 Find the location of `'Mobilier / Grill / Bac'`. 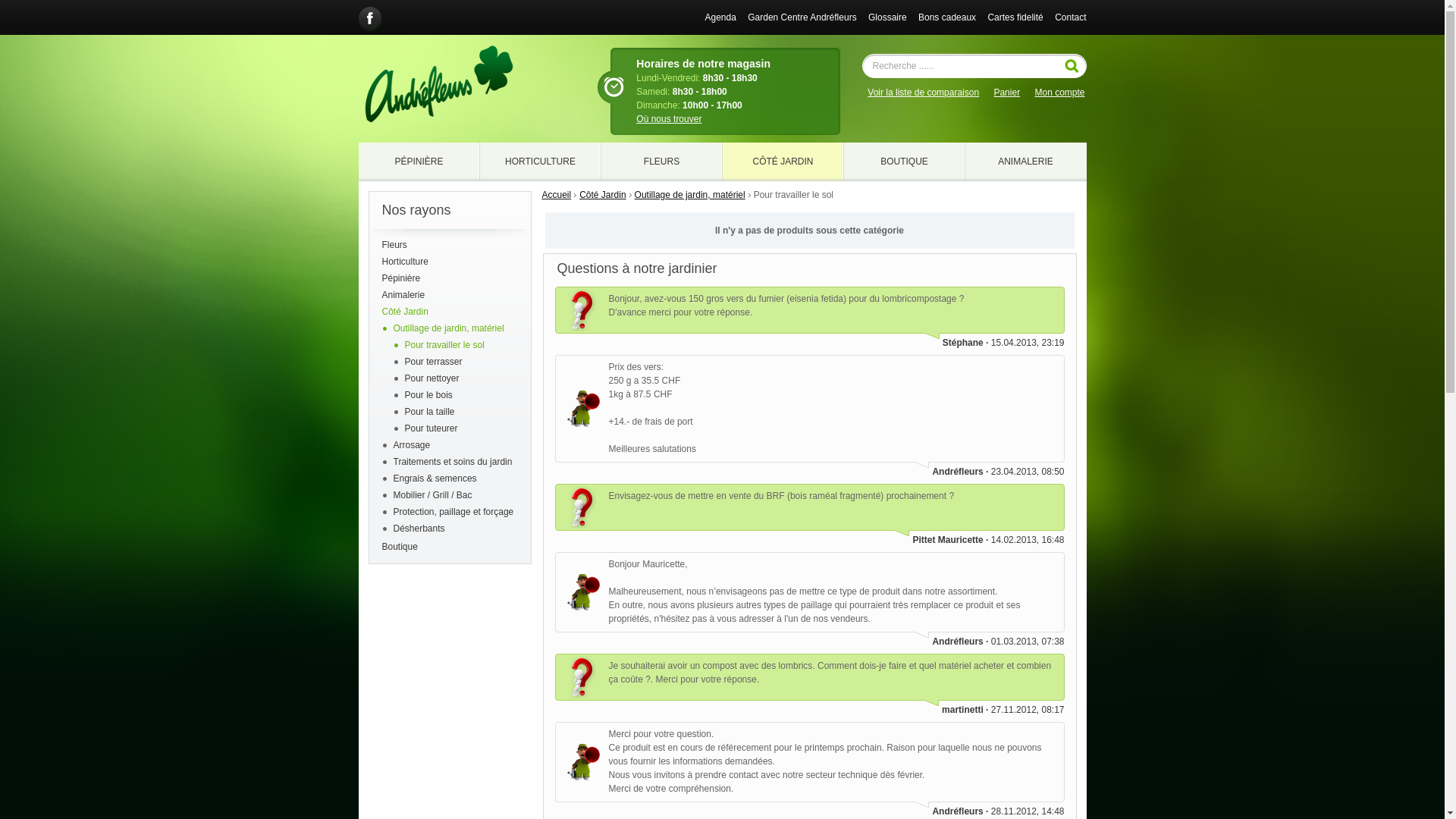

'Mobilier / Grill / Bac' is located at coordinates (431, 494).